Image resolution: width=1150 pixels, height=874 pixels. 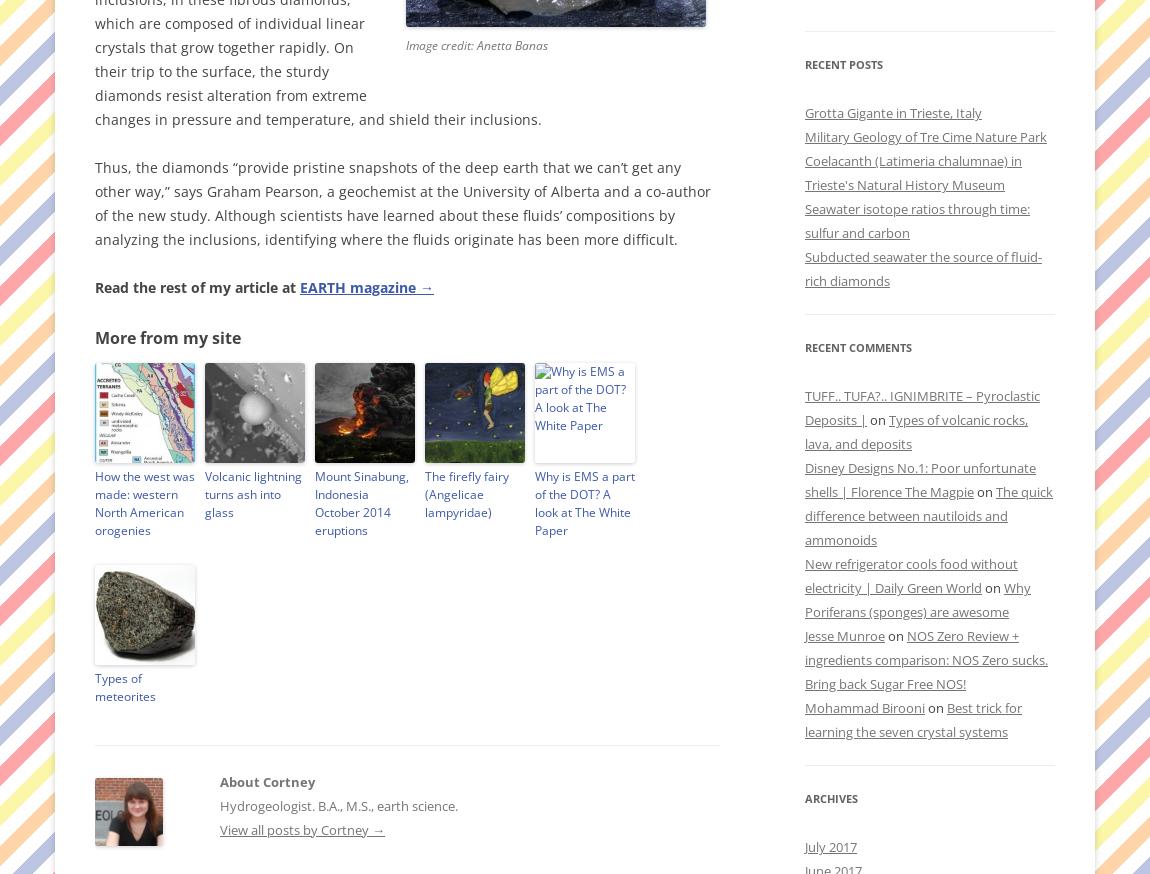 I want to click on 'Volcanic lightning turns ash into glass', so click(x=252, y=493).